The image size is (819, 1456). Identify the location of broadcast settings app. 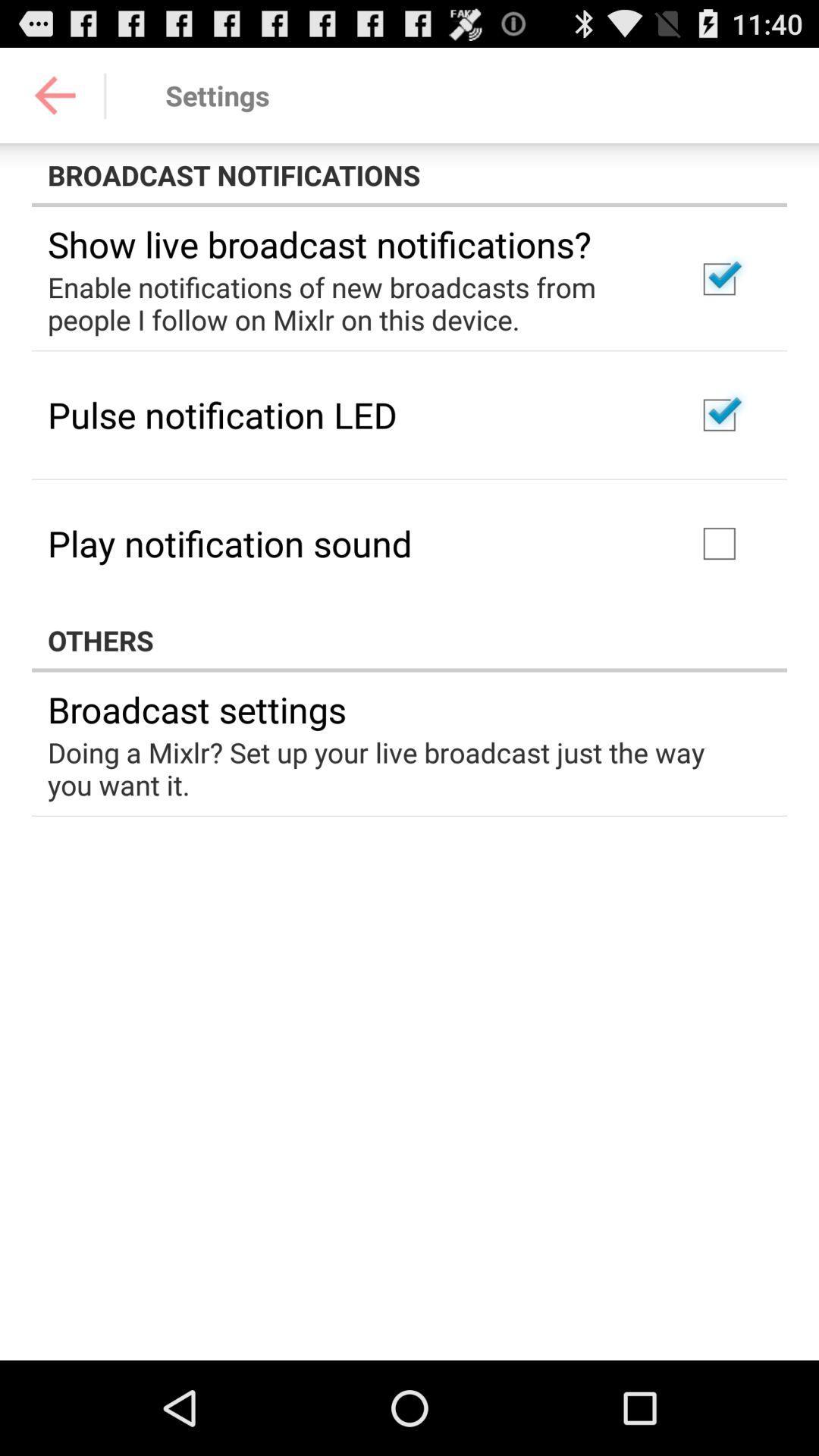
(196, 708).